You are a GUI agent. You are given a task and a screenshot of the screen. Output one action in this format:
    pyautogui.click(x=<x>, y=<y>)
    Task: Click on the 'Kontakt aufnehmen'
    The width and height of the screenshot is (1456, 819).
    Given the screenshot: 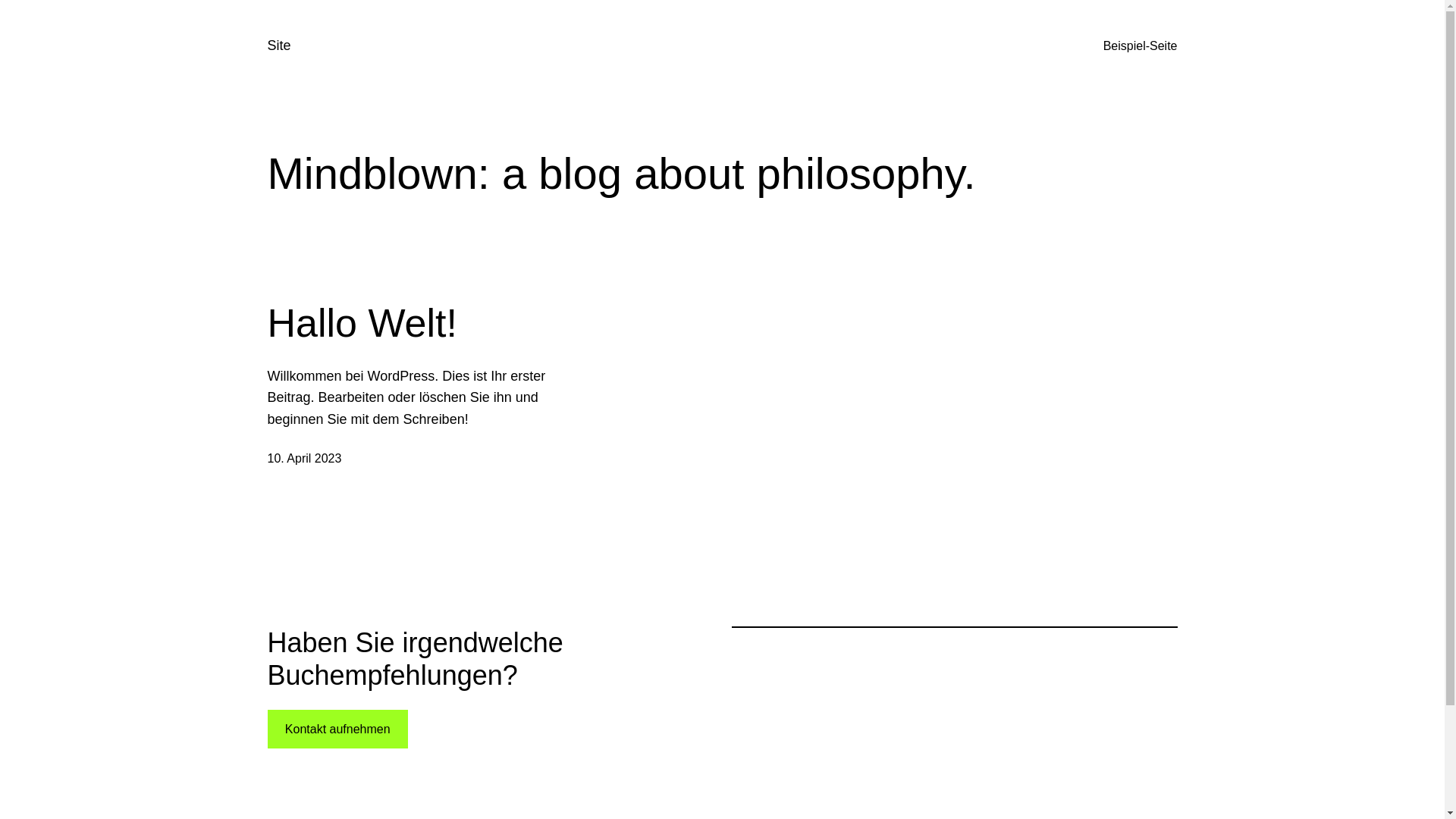 What is the action you would take?
    pyautogui.click(x=336, y=728)
    